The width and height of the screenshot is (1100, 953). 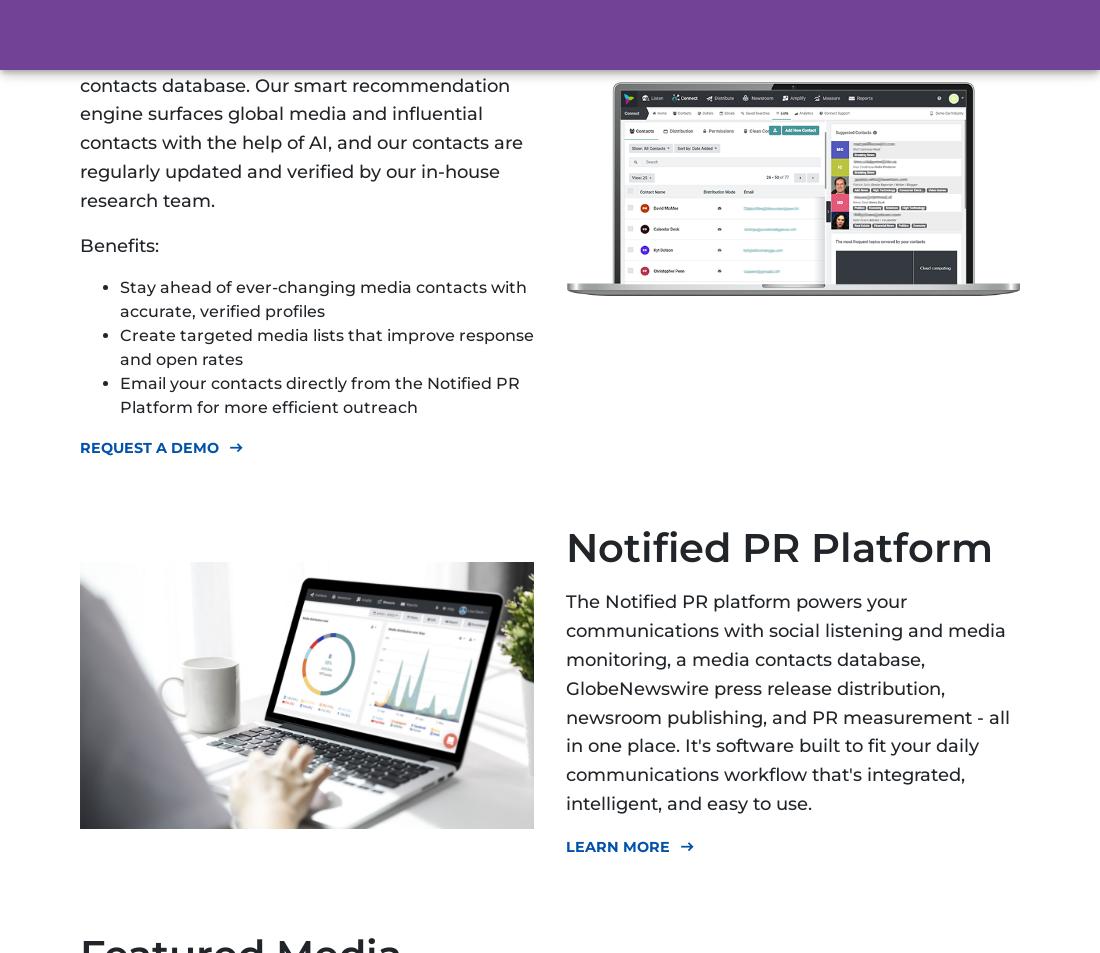 I want to click on 'Discover relevant journalists using our media contacts database. Our smart recommendation engine surfaces global media and influential contacts with the help of AI, and our contacts are regularly updated and verified by our in-house research team.', so click(x=300, y=126).